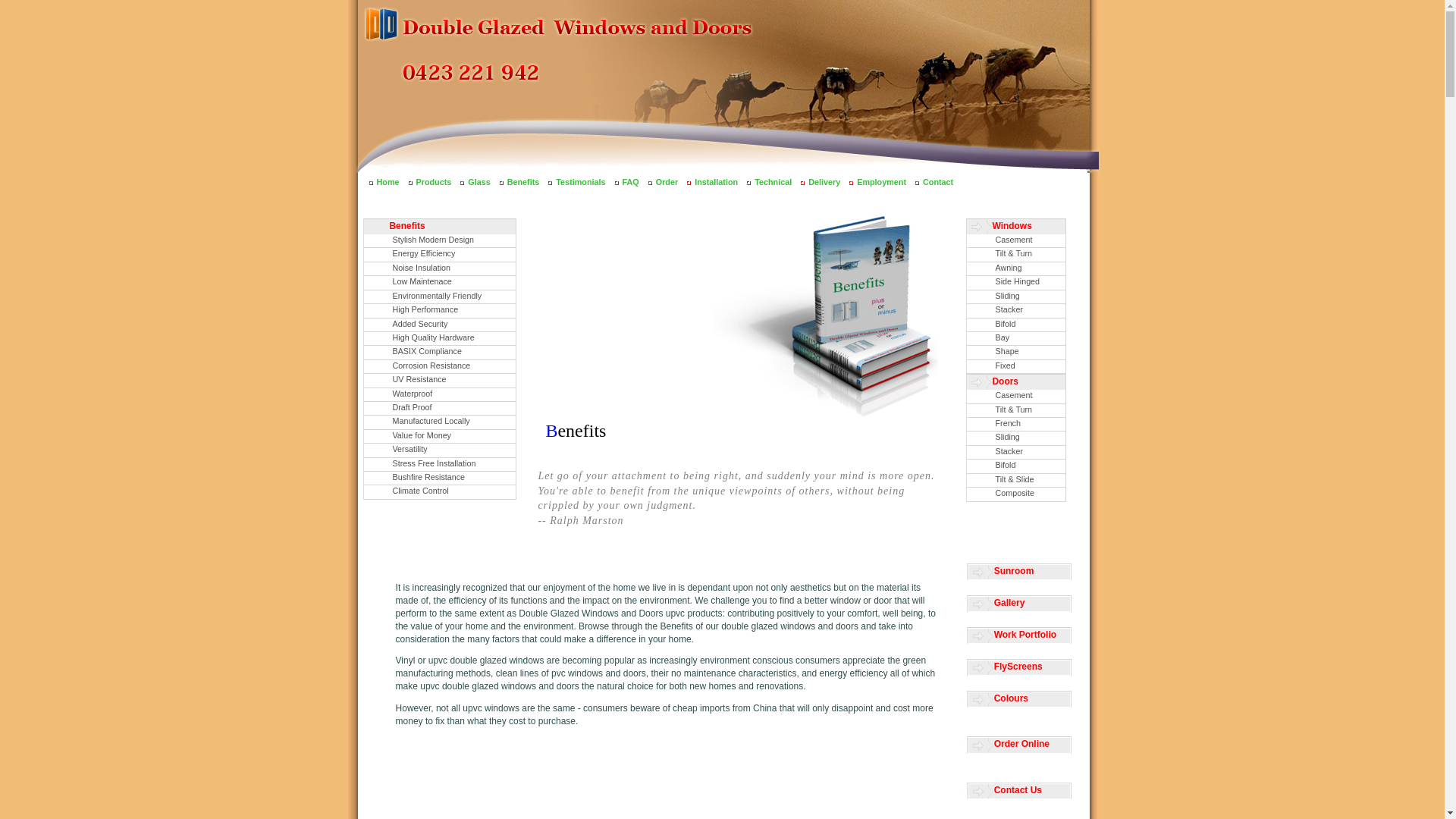  Describe the element at coordinates (439, 394) in the screenshot. I see `'Waterproof'` at that location.